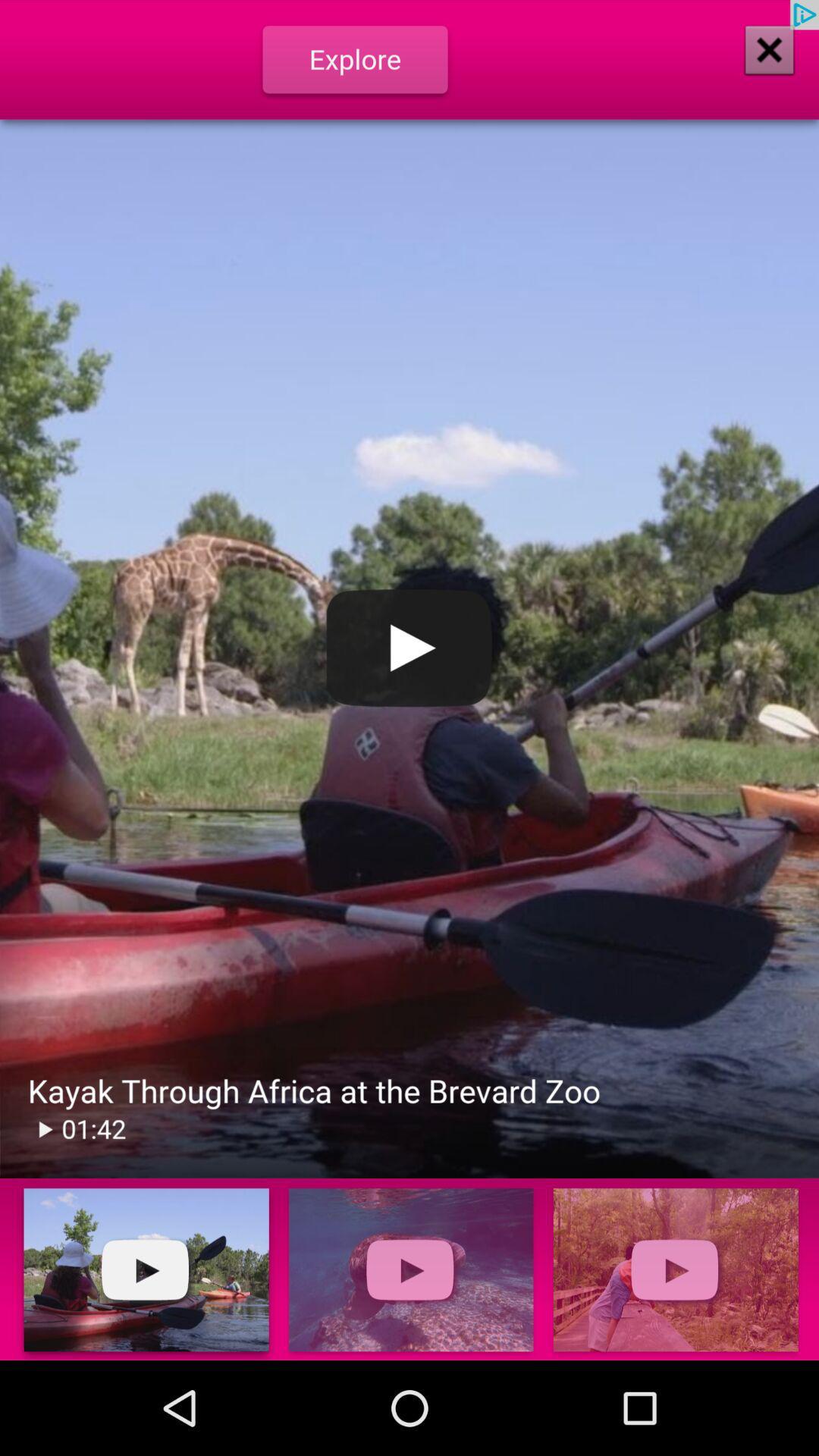 Image resolution: width=819 pixels, height=1456 pixels. Describe the element at coordinates (769, 53) in the screenshot. I see `the close icon` at that location.